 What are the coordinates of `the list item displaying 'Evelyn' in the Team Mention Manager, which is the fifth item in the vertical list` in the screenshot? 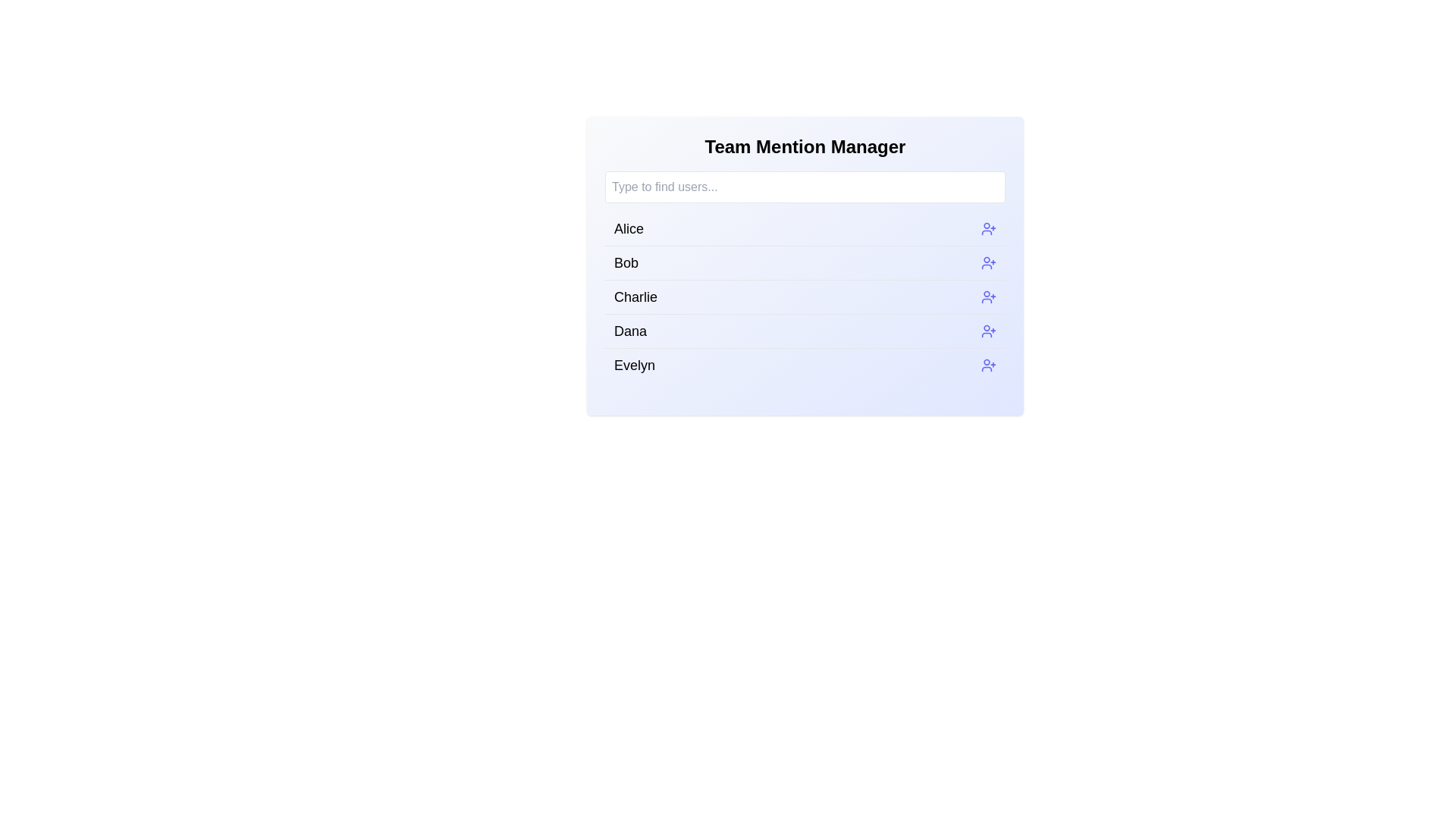 It's located at (804, 365).